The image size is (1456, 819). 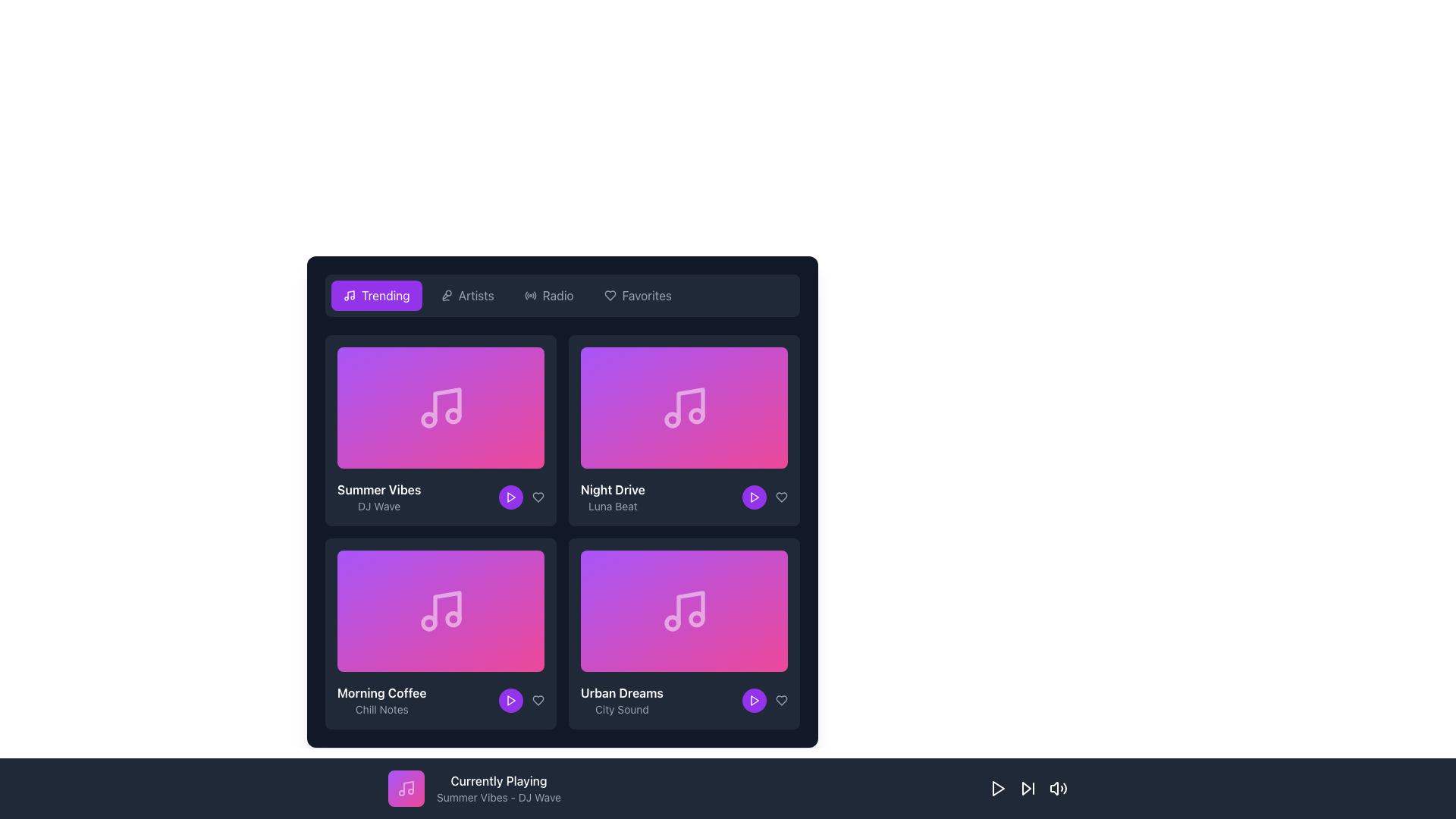 I want to click on the leftmost navigation button, so click(x=376, y=295).